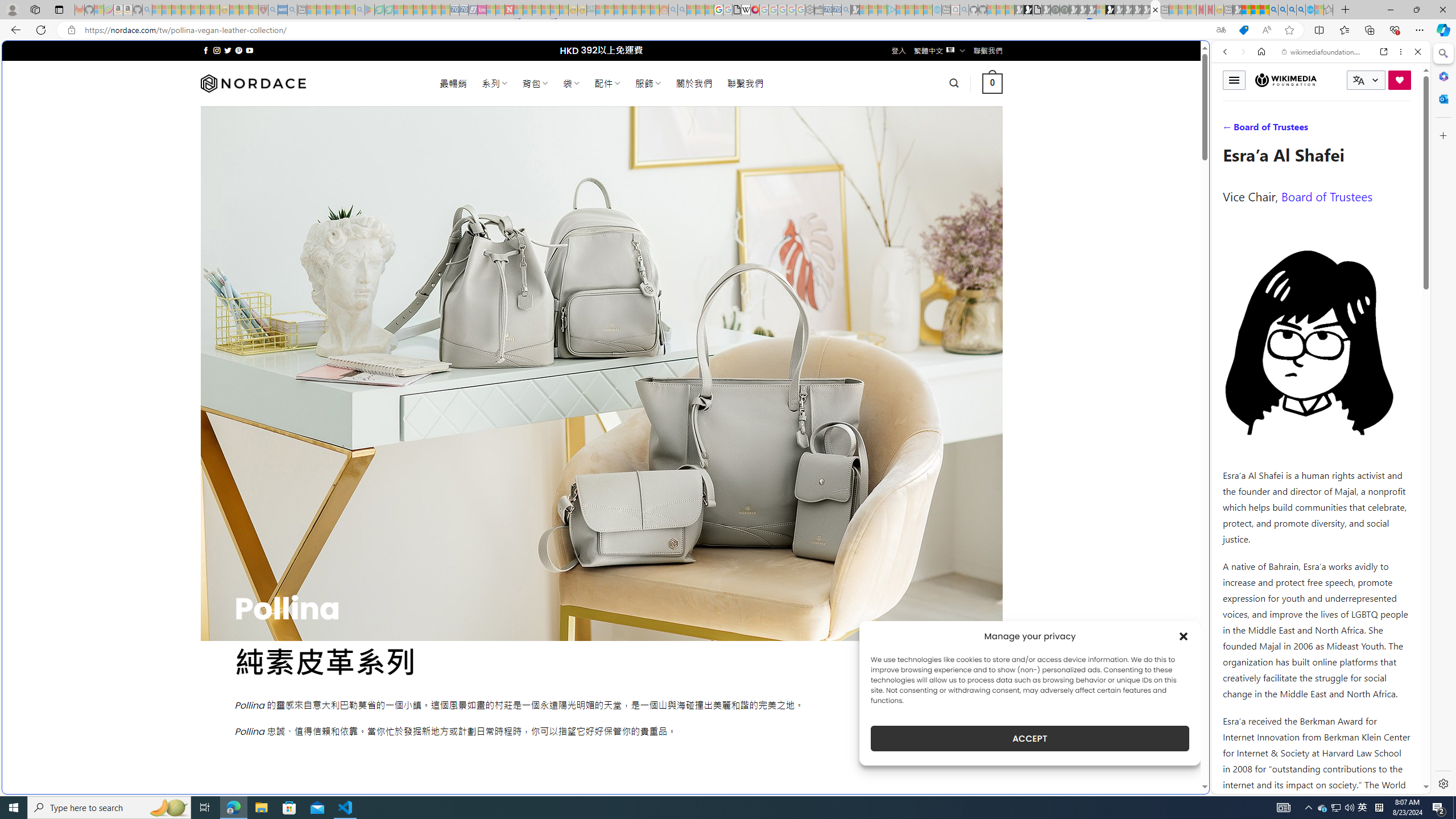  I want to click on 'MediaWiki', so click(754, 9).